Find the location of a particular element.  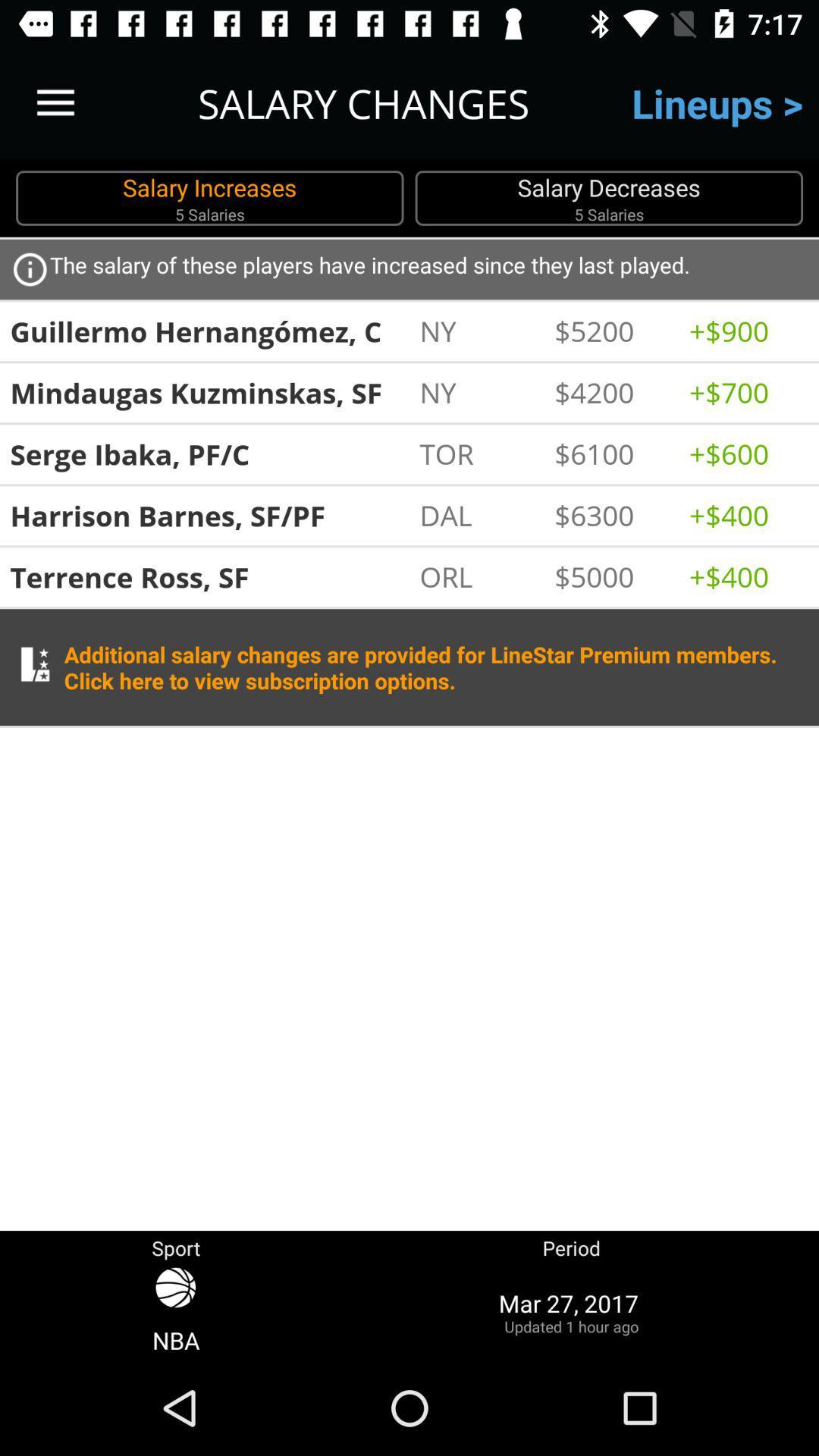

icon next to orl icon is located at coordinates (613, 576).